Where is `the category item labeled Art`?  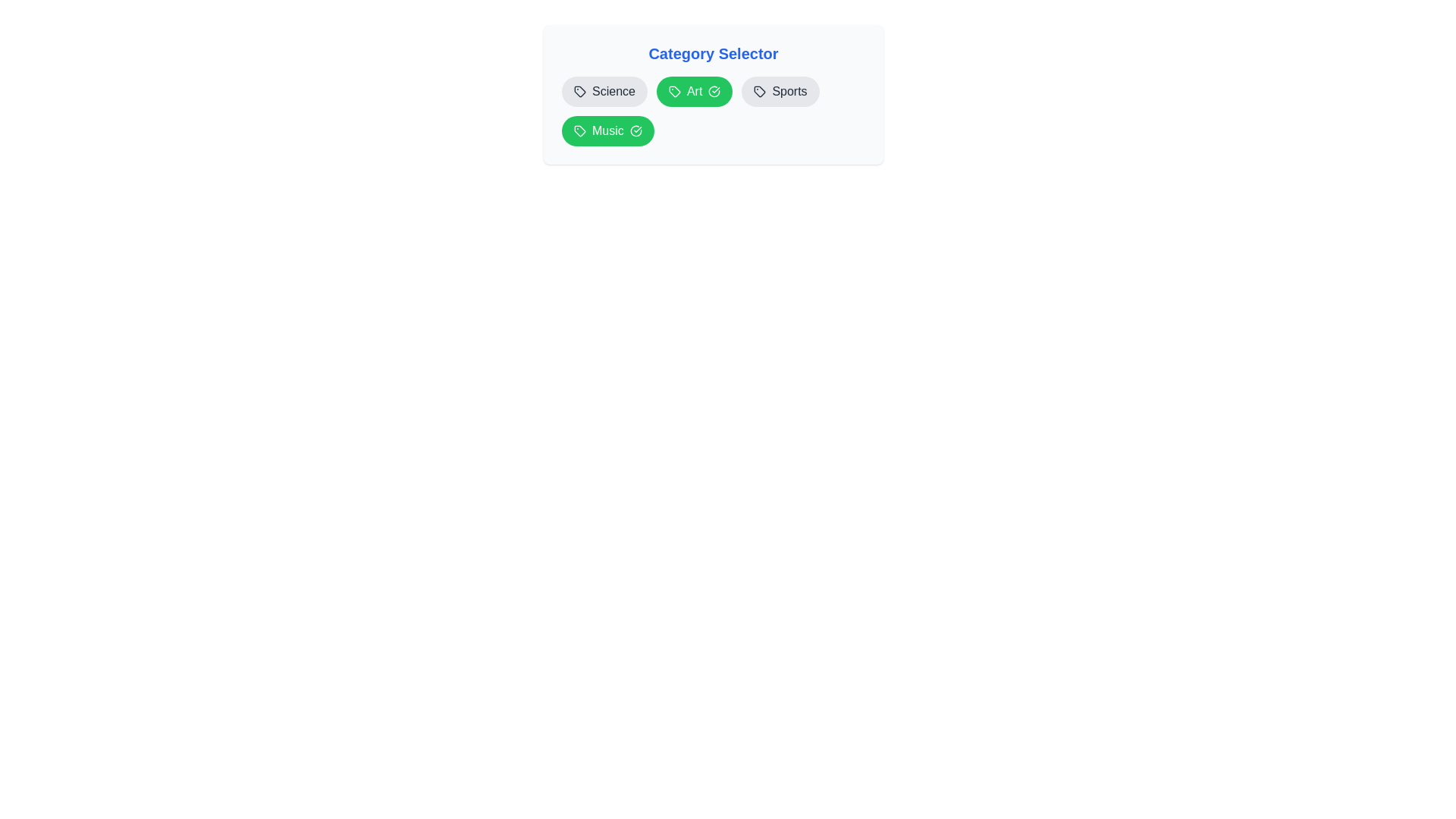 the category item labeled Art is located at coordinates (694, 91).